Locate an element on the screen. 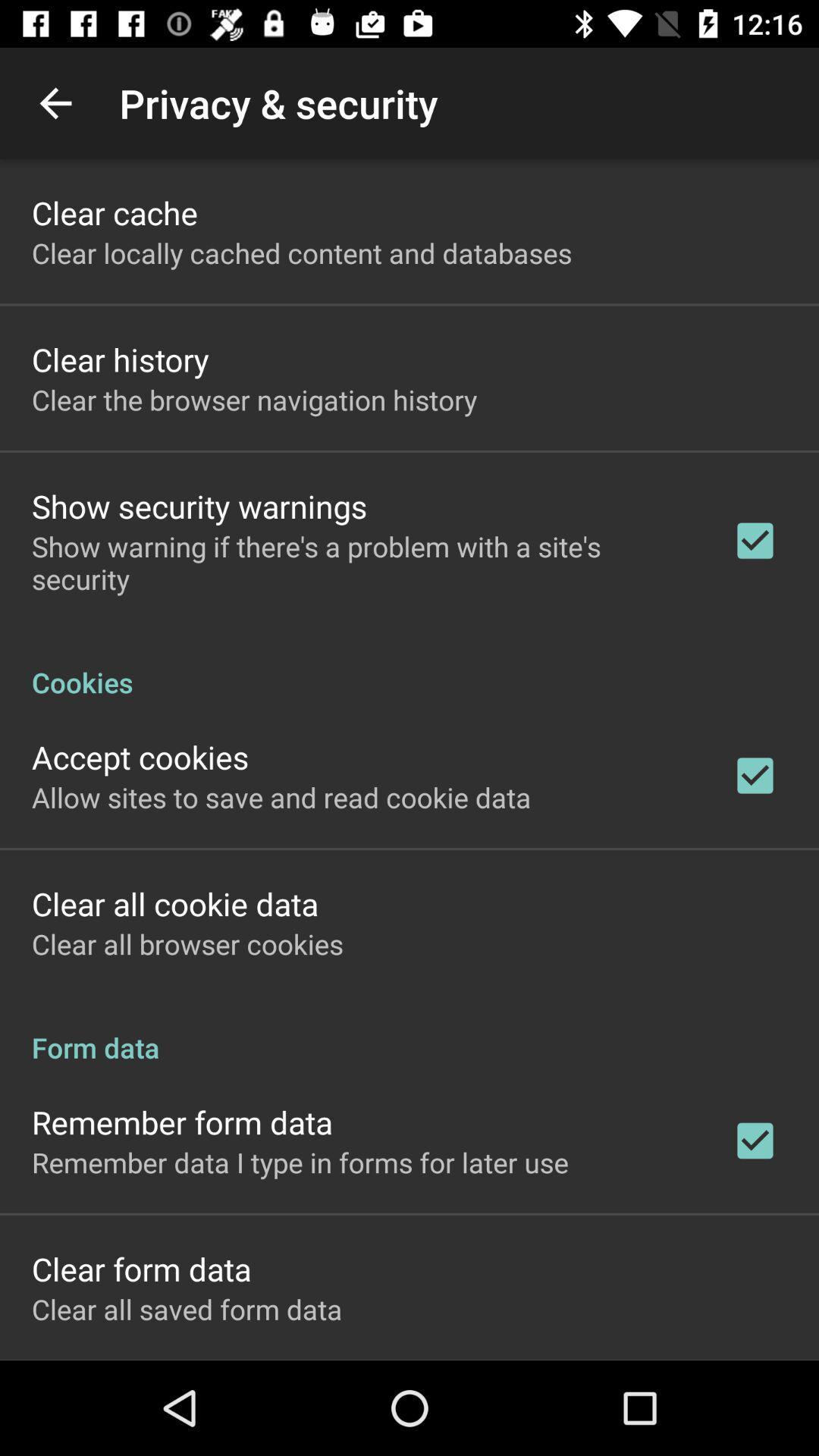  item to the left of the privacy & security icon is located at coordinates (55, 102).